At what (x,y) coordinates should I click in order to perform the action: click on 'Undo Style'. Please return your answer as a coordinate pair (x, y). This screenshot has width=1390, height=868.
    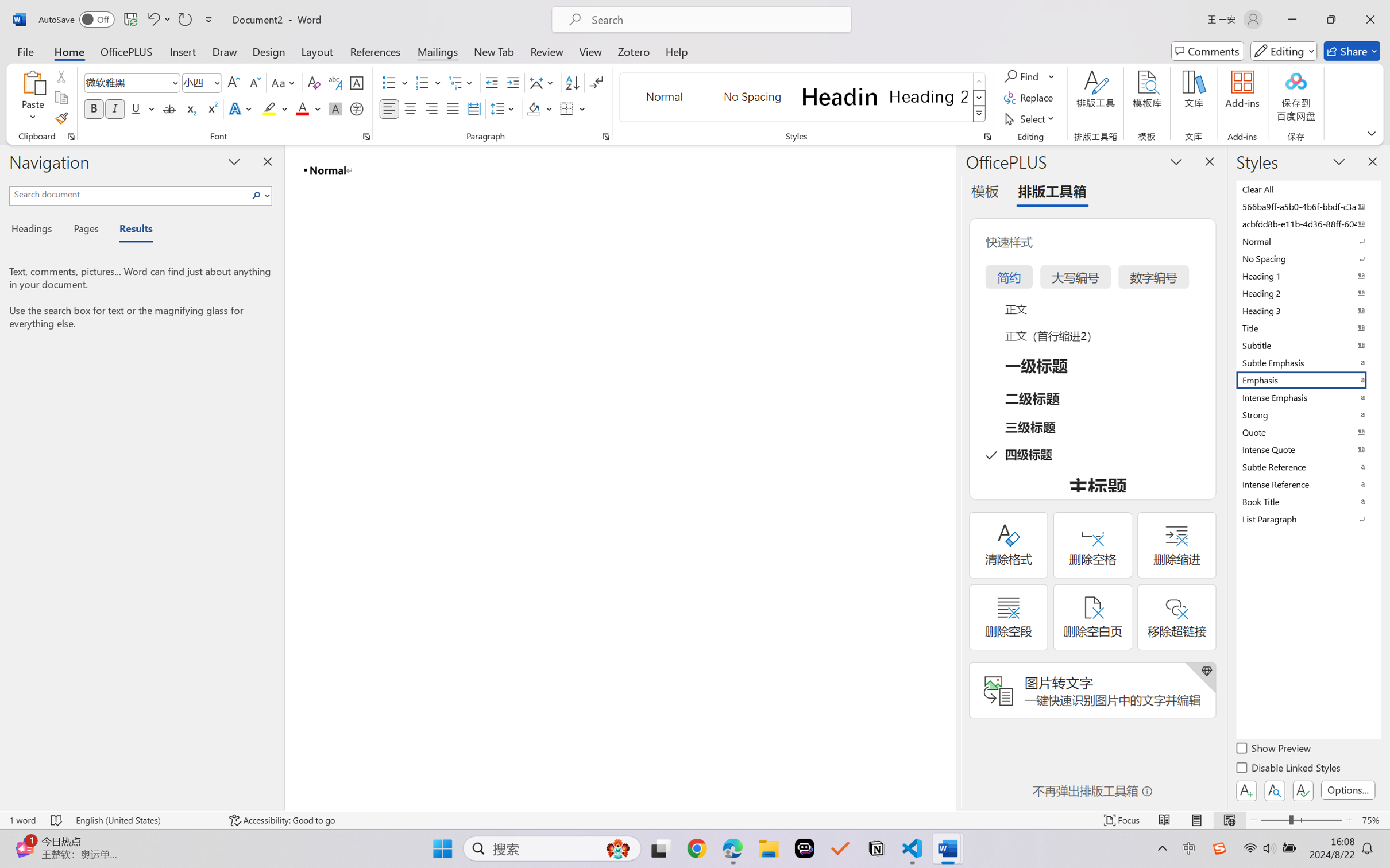
    Looking at the image, I should click on (157, 19).